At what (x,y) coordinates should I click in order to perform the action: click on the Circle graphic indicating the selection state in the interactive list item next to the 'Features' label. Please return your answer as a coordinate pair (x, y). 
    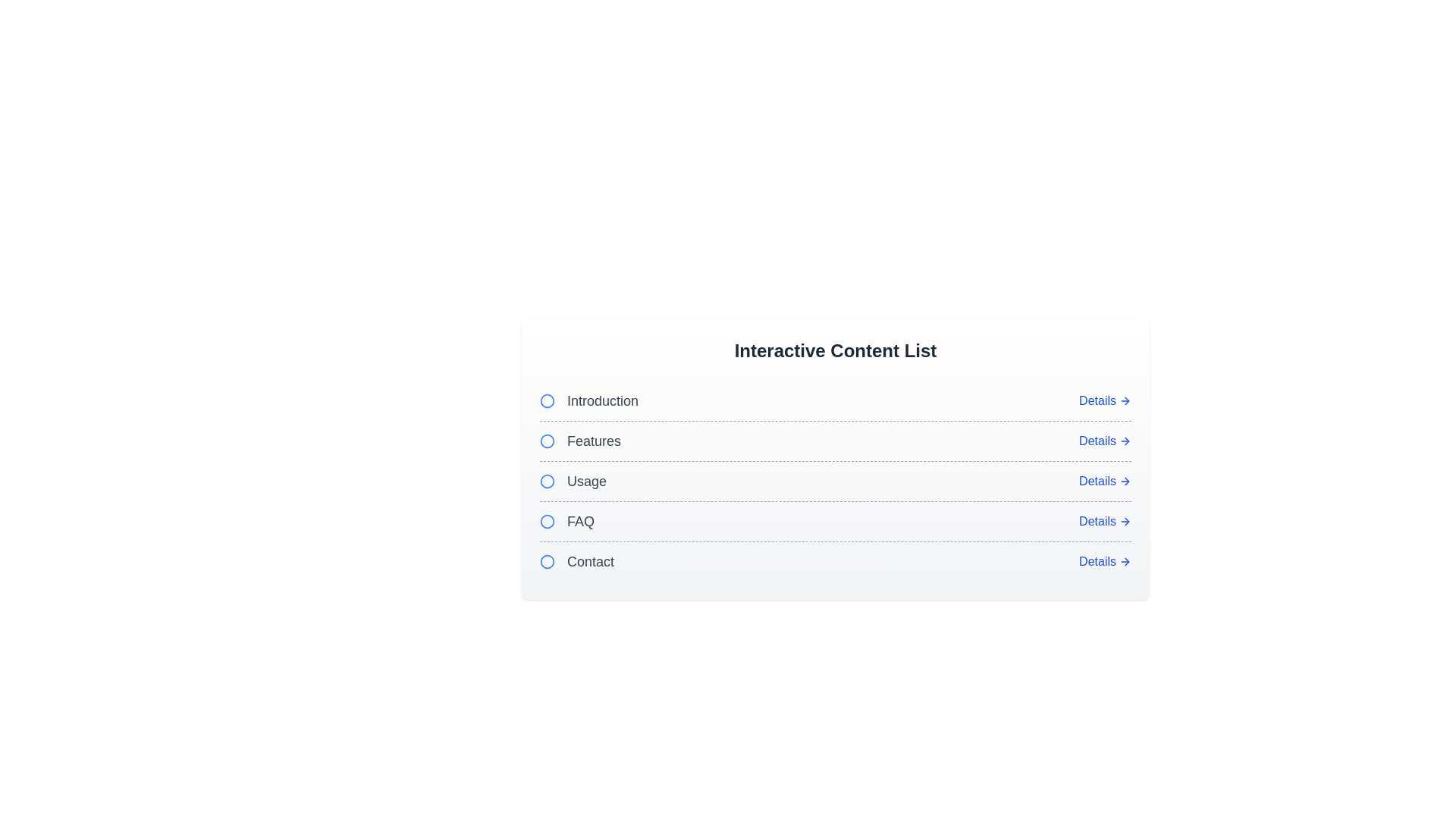
    Looking at the image, I should click on (546, 441).